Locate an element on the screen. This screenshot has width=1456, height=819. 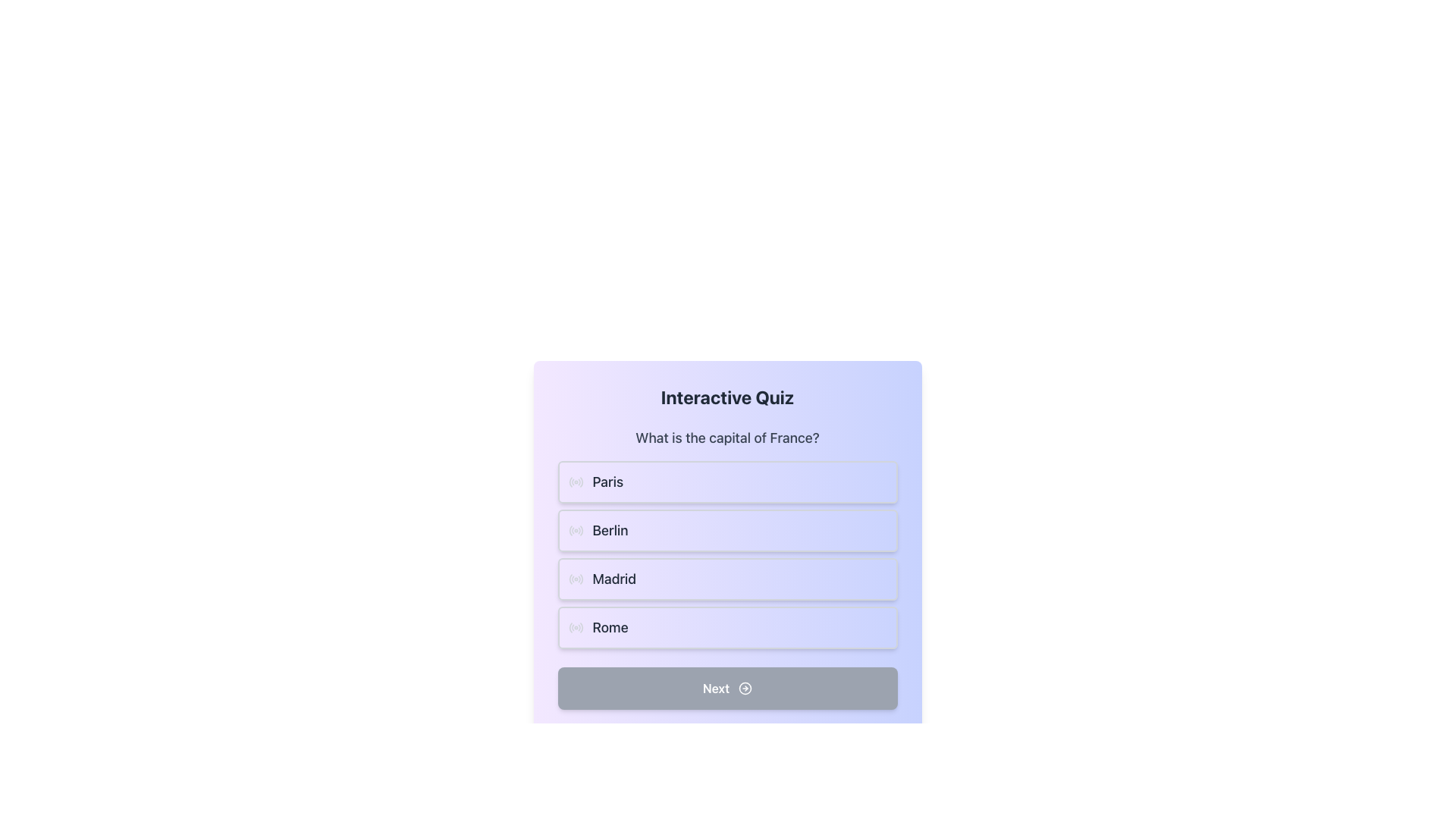
the interactive button labeled 'Madrid' is located at coordinates (726, 579).